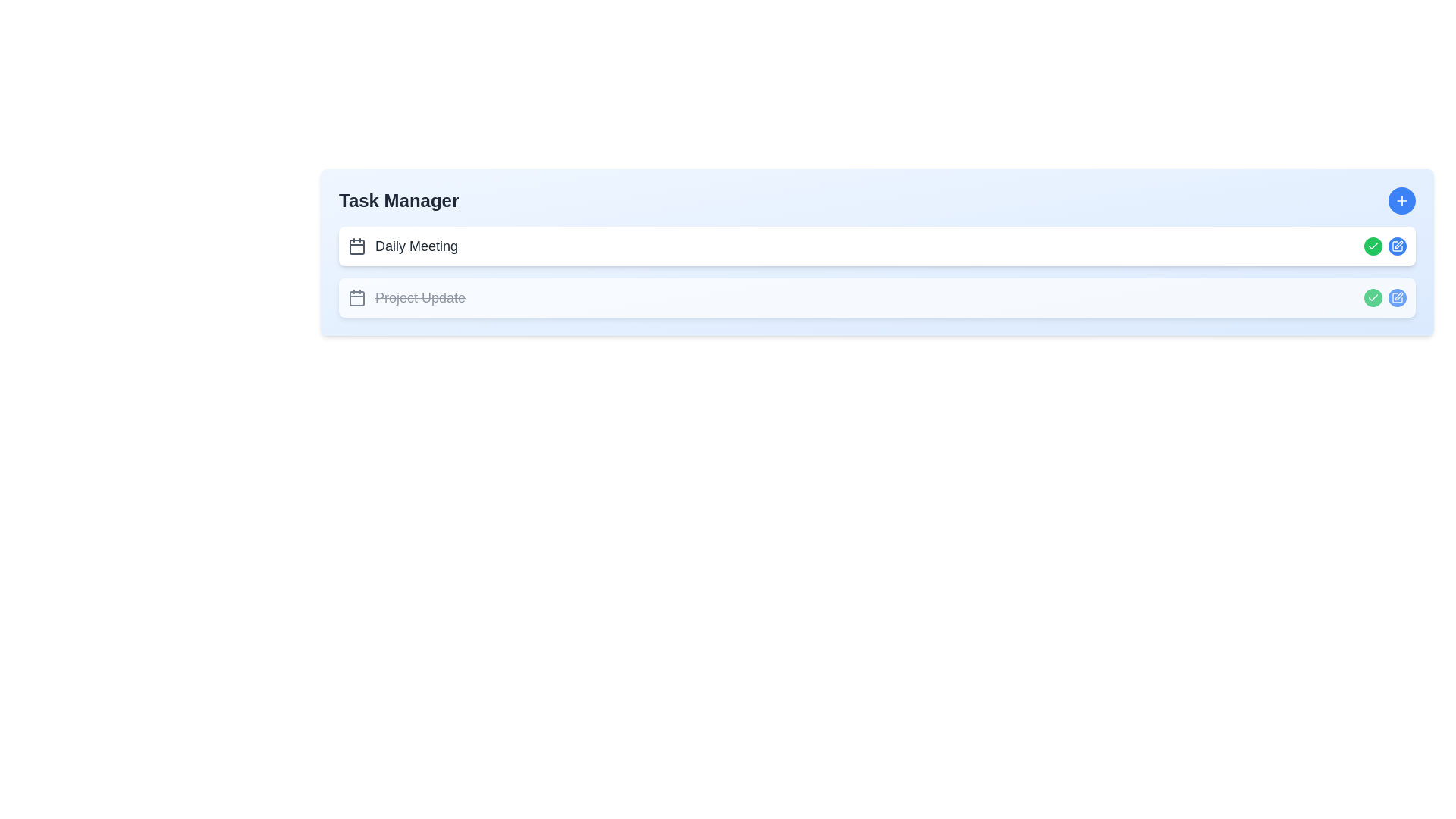  Describe the element at coordinates (1397, 245) in the screenshot. I see `the 'edit' button for the 'Daily Meeting' task` at that location.